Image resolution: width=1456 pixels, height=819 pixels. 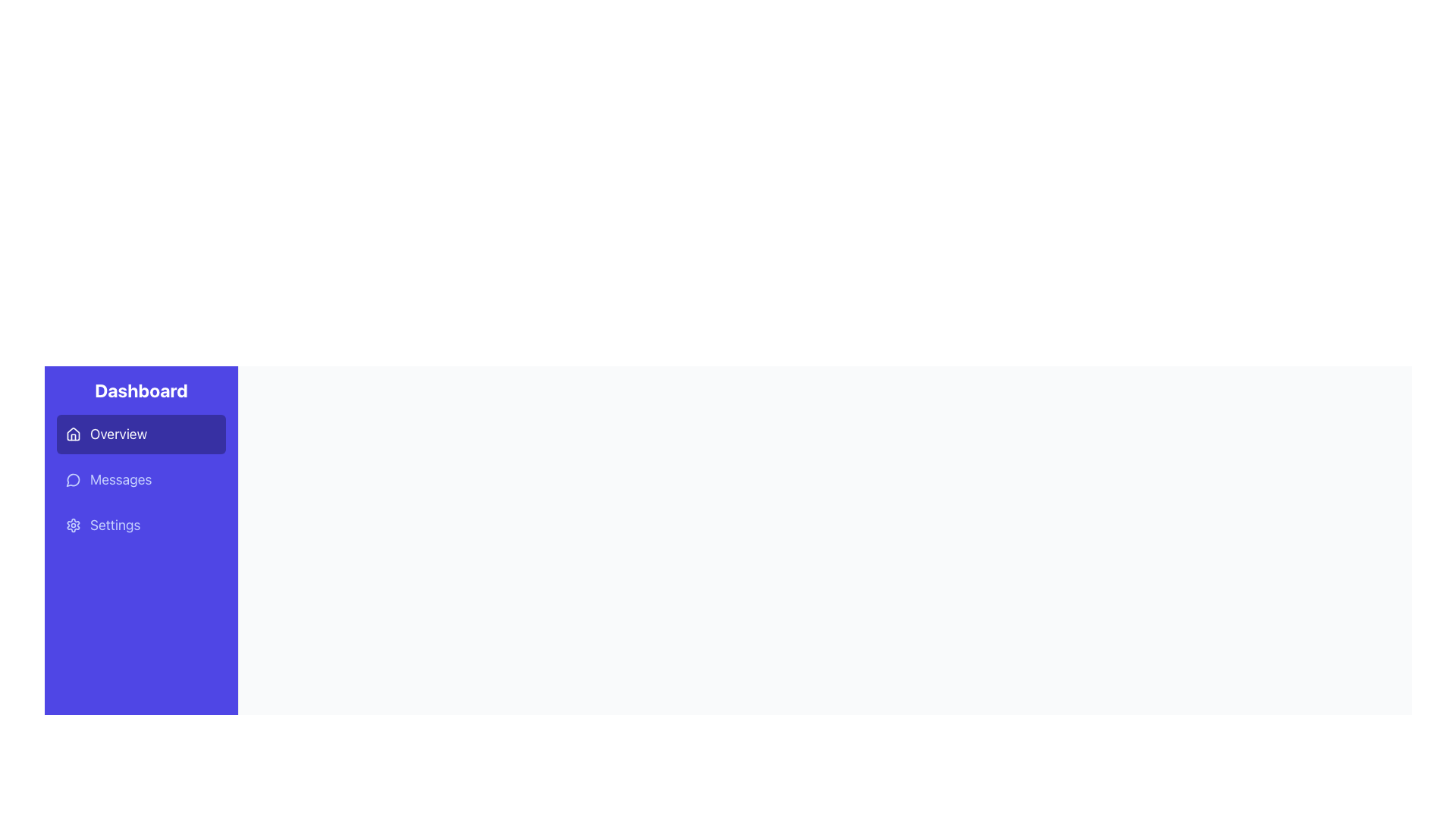 What do you see at coordinates (72, 525) in the screenshot?
I see `the settings icon located on the far left of the sidebar, second row` at bounding box center [72, 525].